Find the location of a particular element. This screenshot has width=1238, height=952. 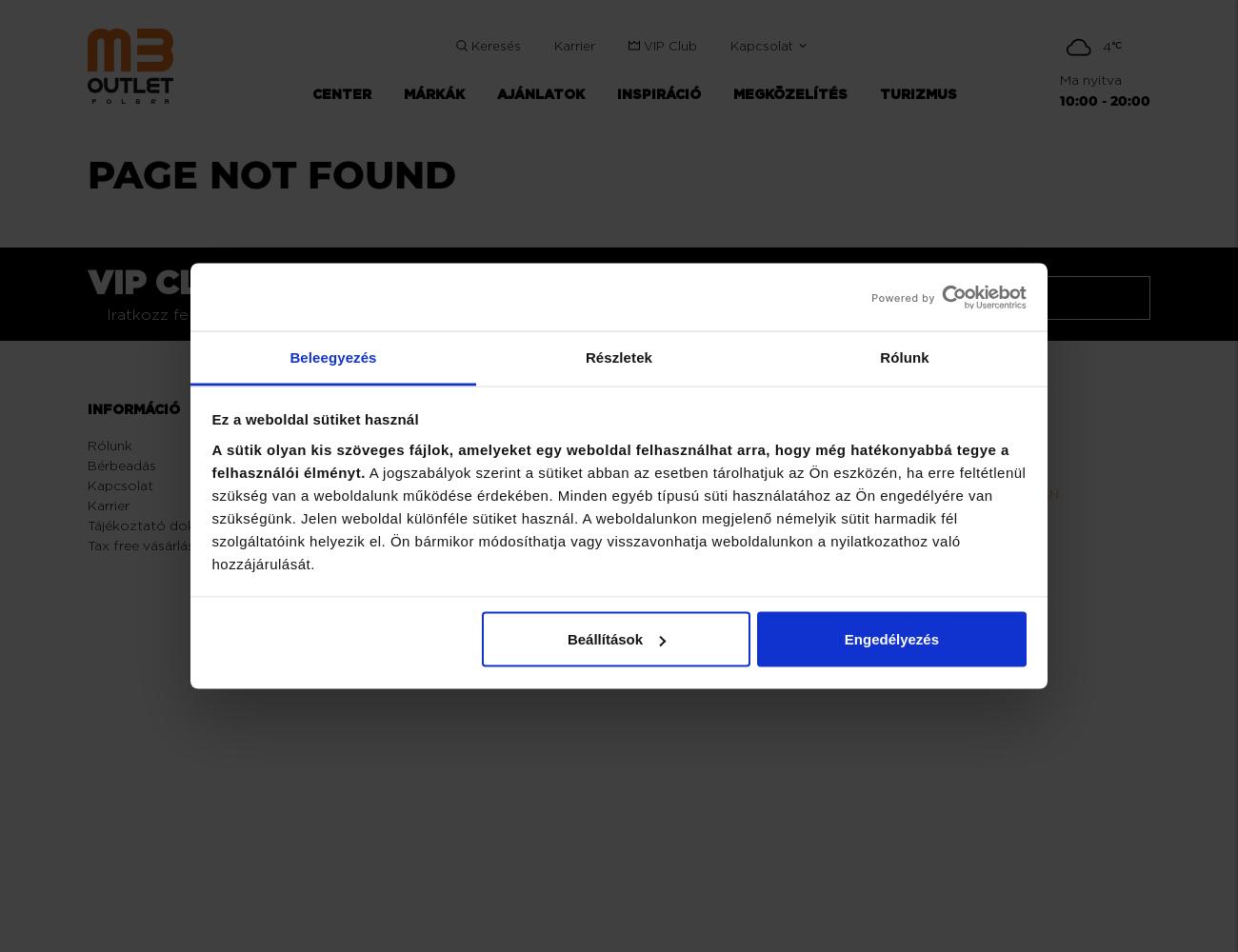

'TURIZMUS' is located at coordinates (917, 94).